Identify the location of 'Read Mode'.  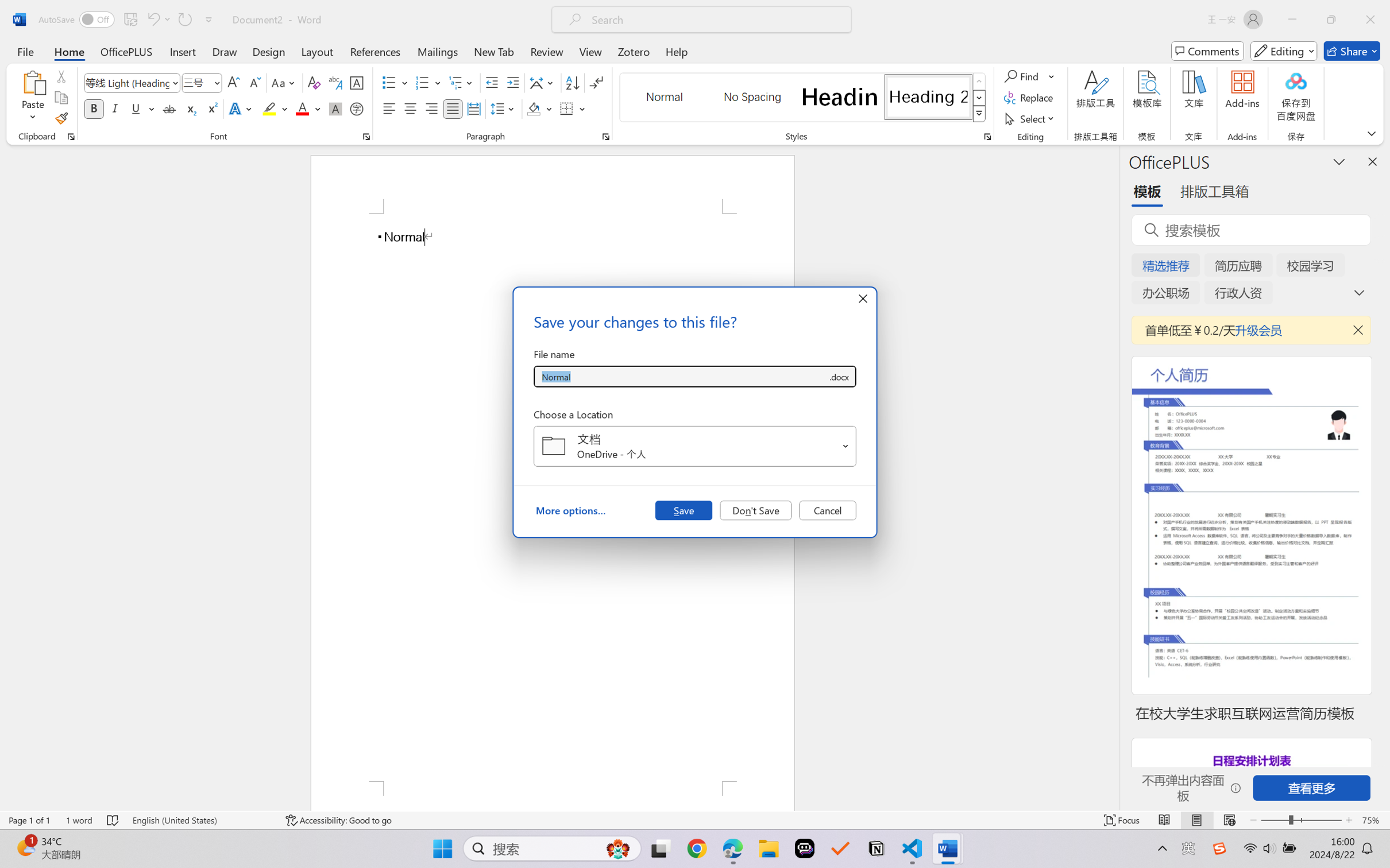
(1164, 820).